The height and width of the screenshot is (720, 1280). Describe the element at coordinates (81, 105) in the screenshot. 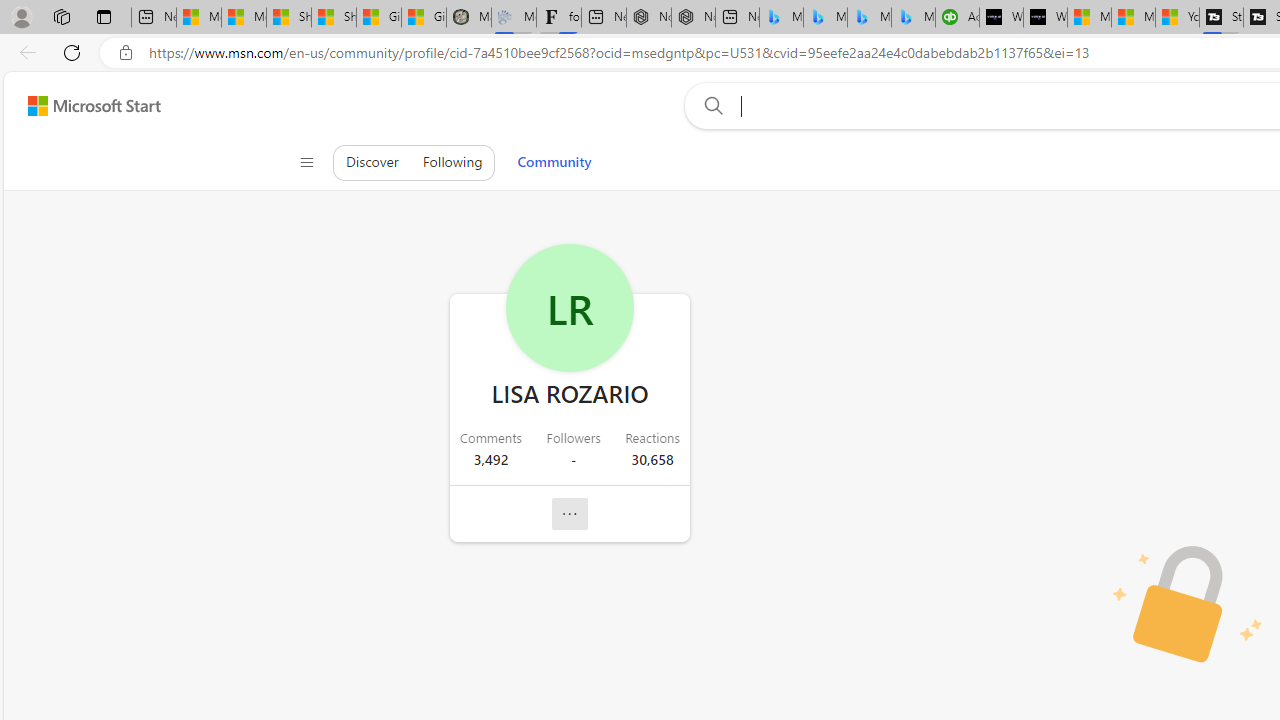

I see `'Skip to footer'` at that location.